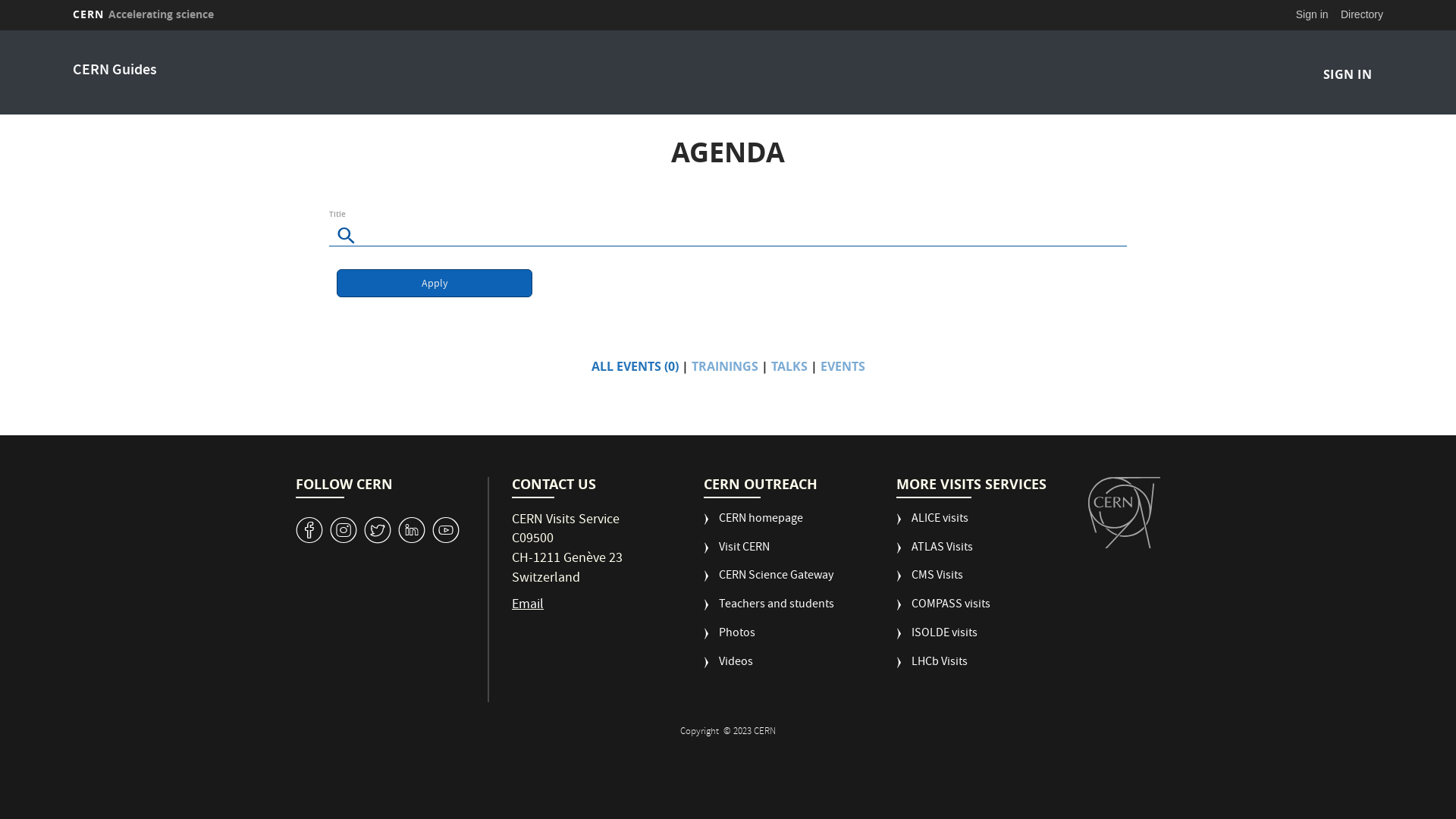 The height and width of the screenshot is (819, 1456). Describe the element at coordinates (728, 668) in the screenshot. I see `'Videos'` at that location.